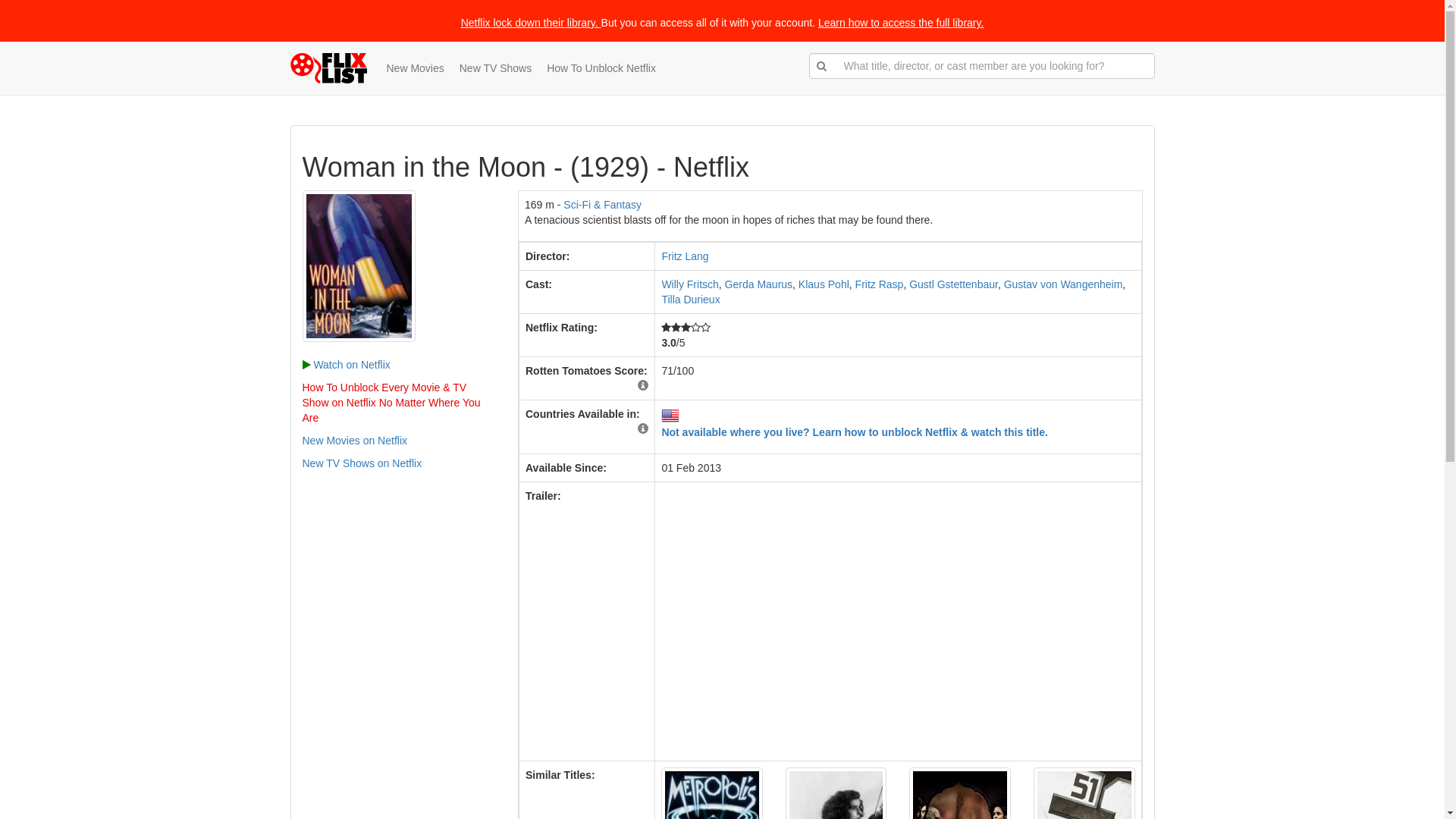 The height and width of the screenshot is (819, 1456). What do you see at coordinates (855, 284) in the screenshot?
I see `'Fritz Rasp'` at bounding box center [855, 284].